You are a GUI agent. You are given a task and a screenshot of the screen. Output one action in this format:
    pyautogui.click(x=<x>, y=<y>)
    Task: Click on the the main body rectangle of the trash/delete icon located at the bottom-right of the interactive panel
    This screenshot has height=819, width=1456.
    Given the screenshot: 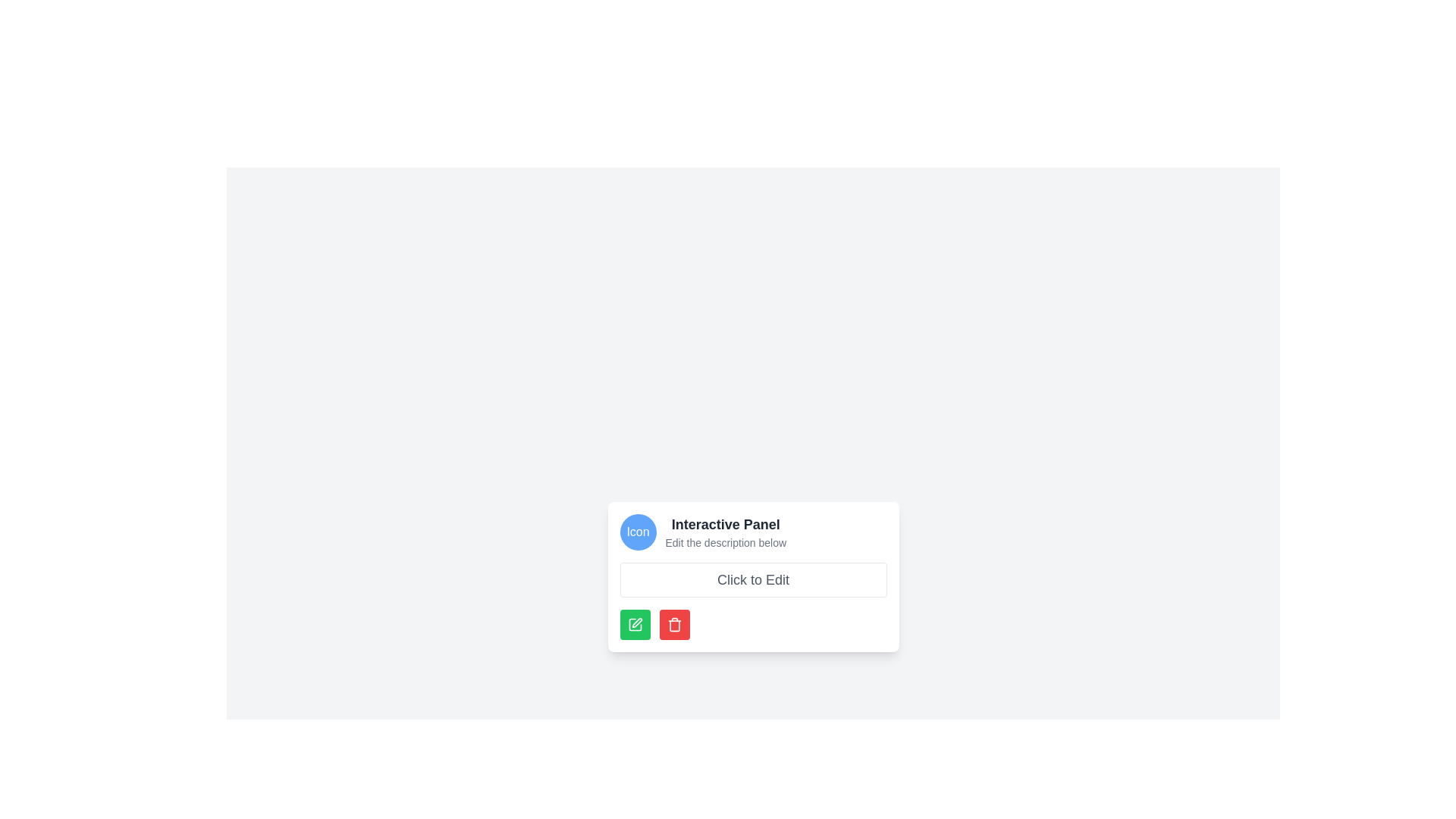 What is the action you would take?
    pyautogui.click(x=673, y=626)
    